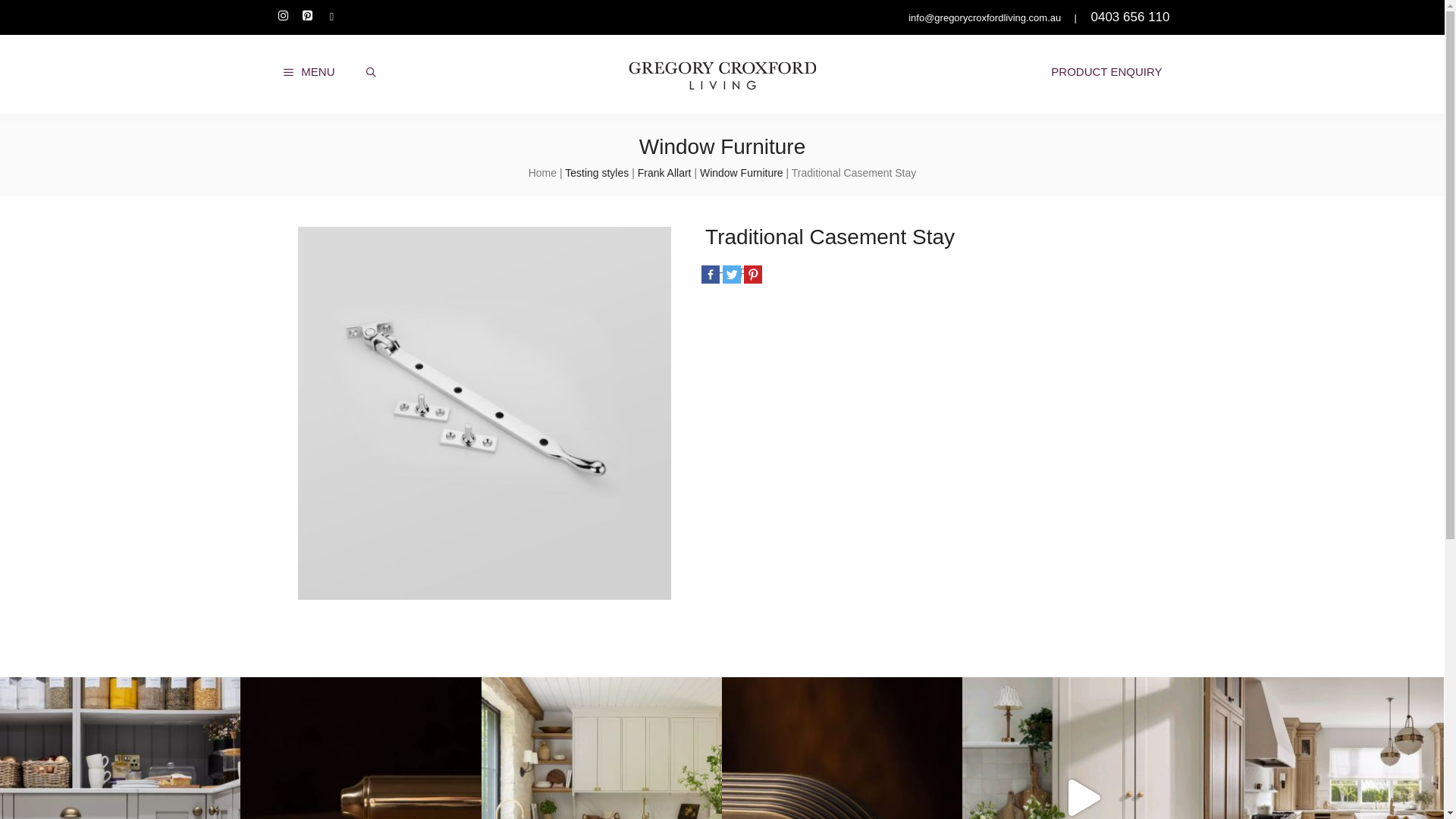 Image resolution: width=1456 pixels, height=819 pixels. What do you see at coordinates (596, 171) in the screenshot?
I see `'Testing styles'` at bounding box center [596, 171].